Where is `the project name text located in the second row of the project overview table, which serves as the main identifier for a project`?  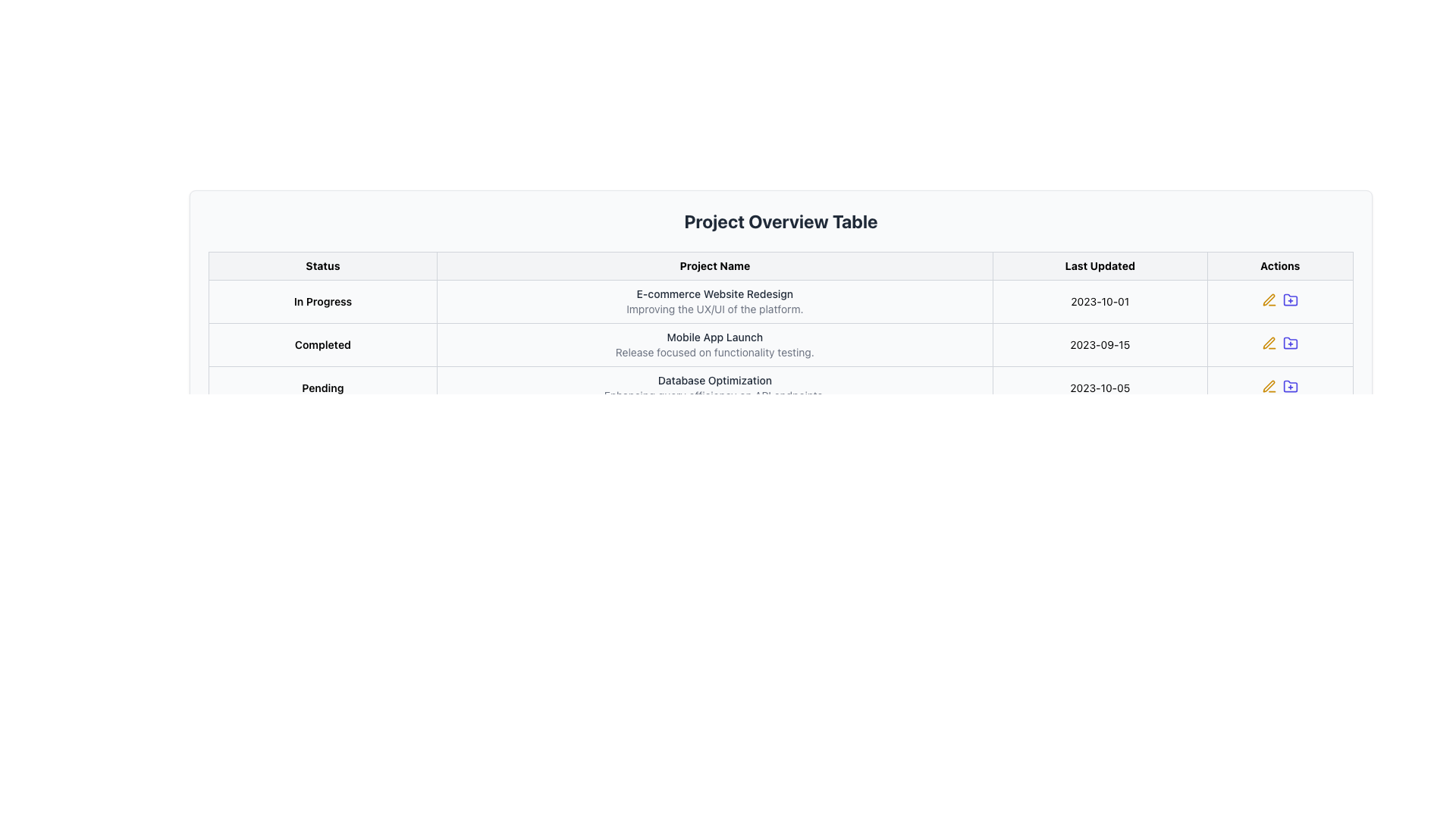 the project name text located in the second row of the project overview table, which serves as the main identifier for a project is located at coordinates (714, 294).